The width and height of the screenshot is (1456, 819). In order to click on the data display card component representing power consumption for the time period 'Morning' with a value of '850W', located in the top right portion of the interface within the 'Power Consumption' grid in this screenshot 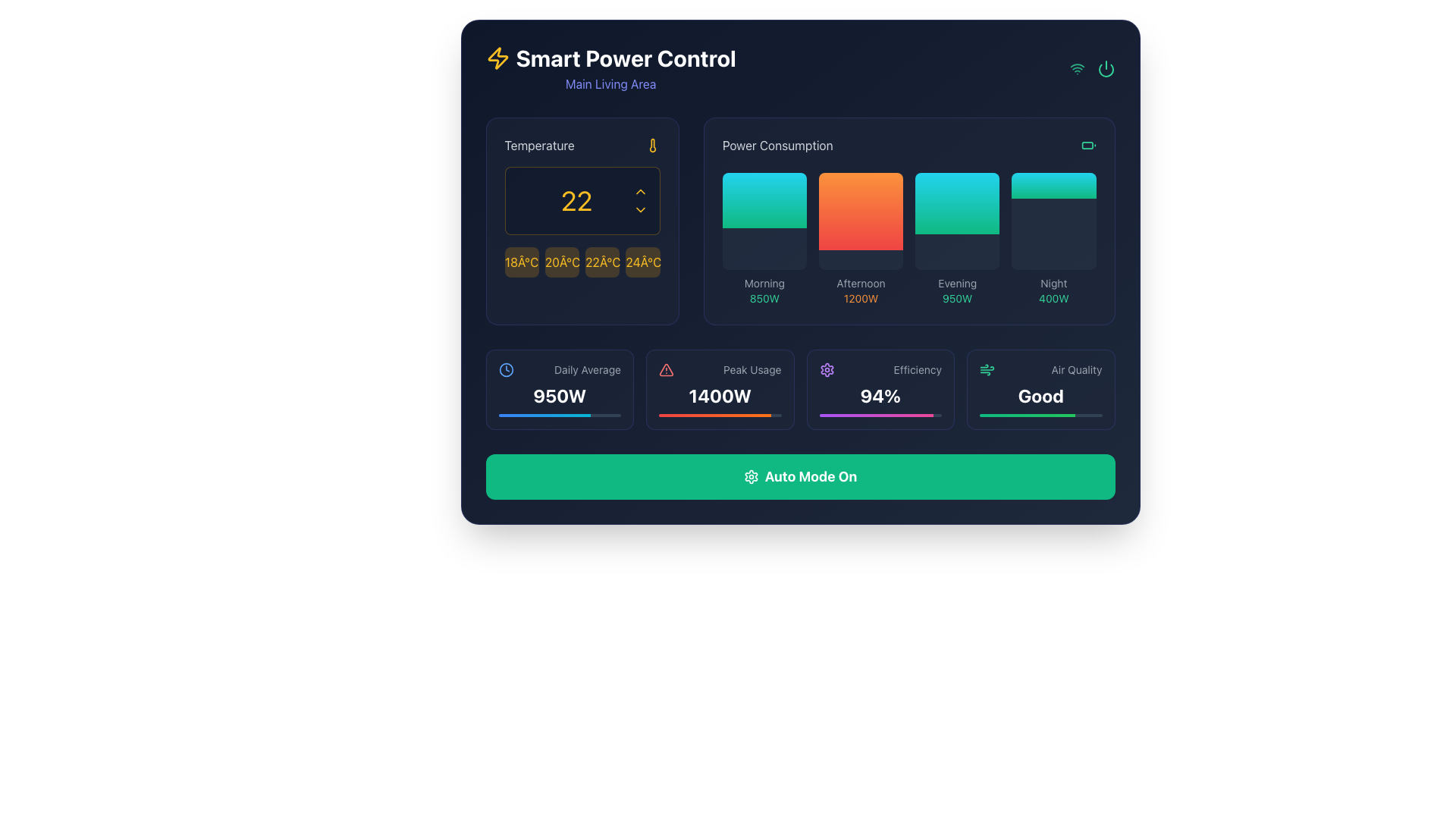, I will do `click(764, 239)`.